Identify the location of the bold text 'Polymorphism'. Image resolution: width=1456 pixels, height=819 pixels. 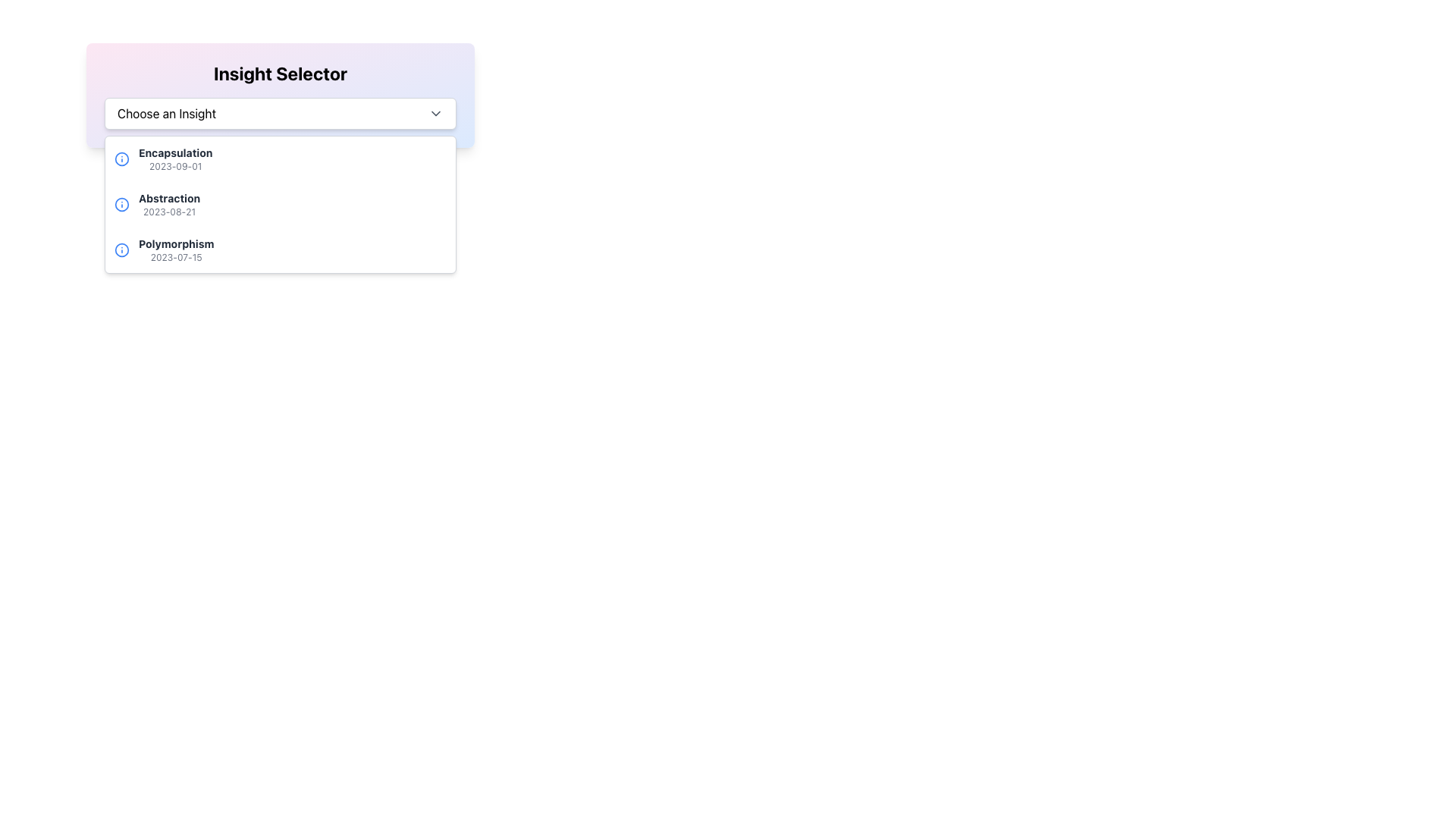
(176, 243).